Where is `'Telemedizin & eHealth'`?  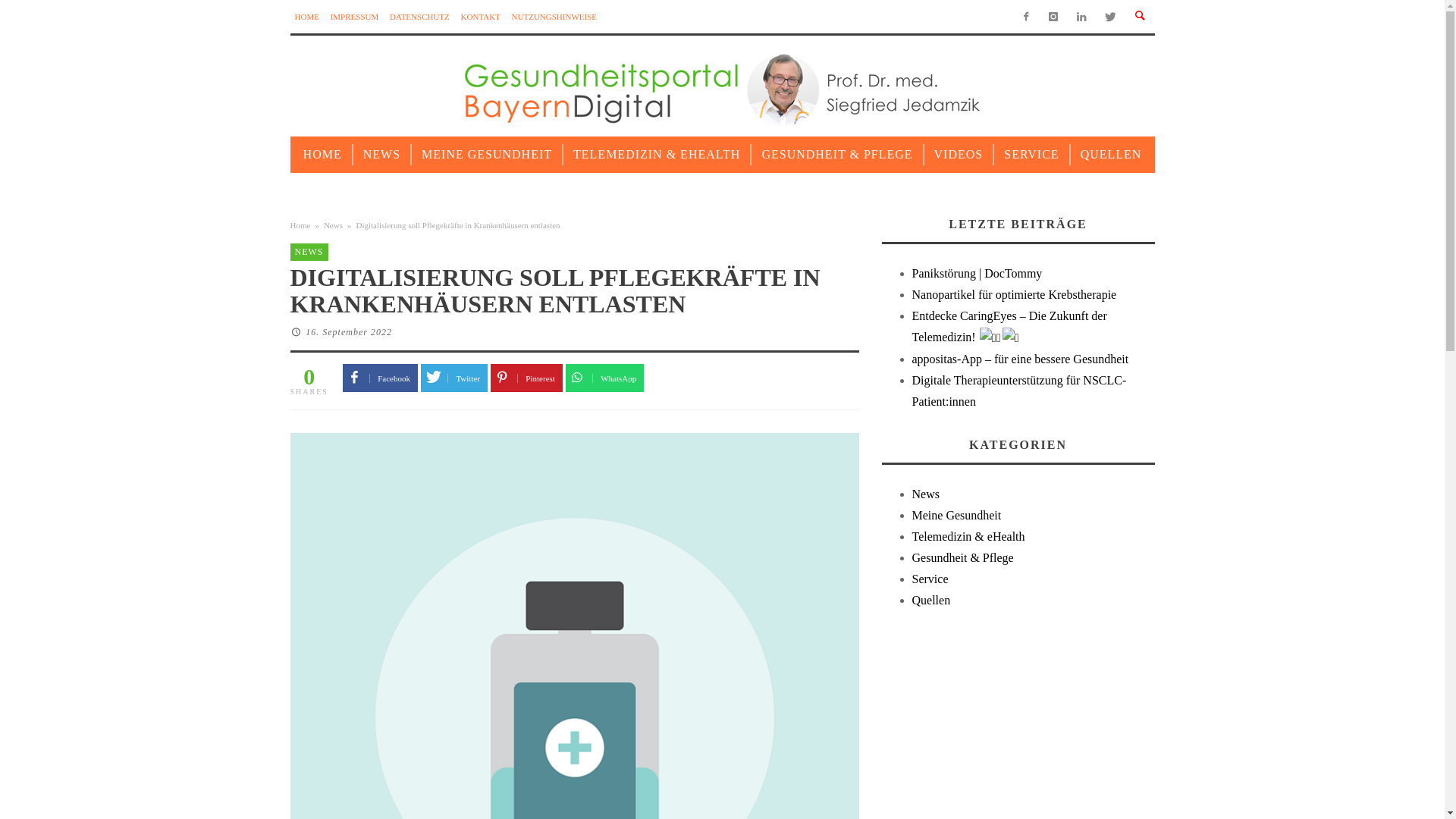
'Telemedizin & eHealth' is located at coordinates (967, 535).